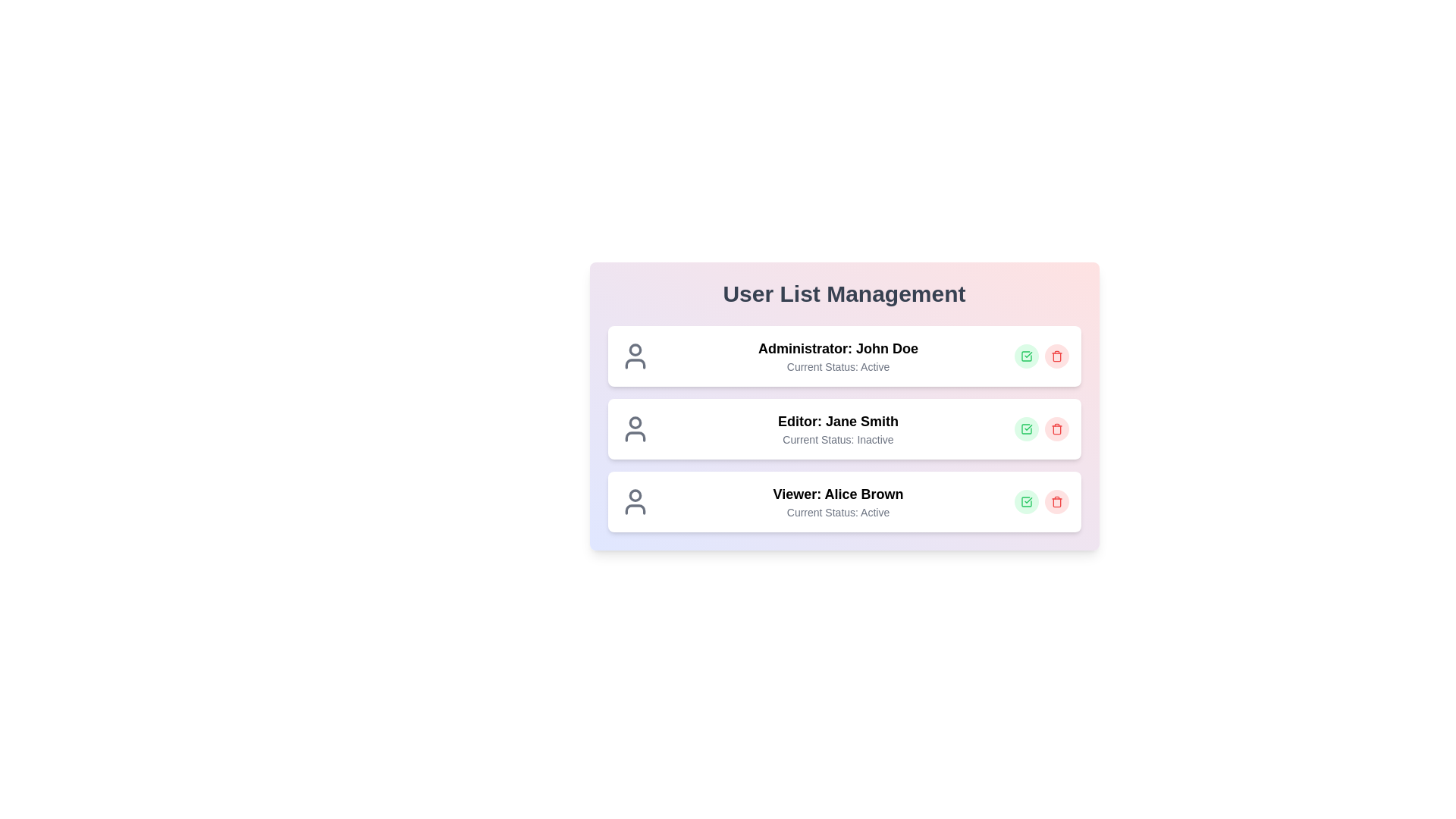 The height and width of the screenshot is (819, 1456). Describe the element at coordinates (887, 348) in the screenshot. I see `the text label displaying the name 'John Doe', which is styled in bold black font and positioned next to the designation 'Administrator:' in the user list section` at that location.